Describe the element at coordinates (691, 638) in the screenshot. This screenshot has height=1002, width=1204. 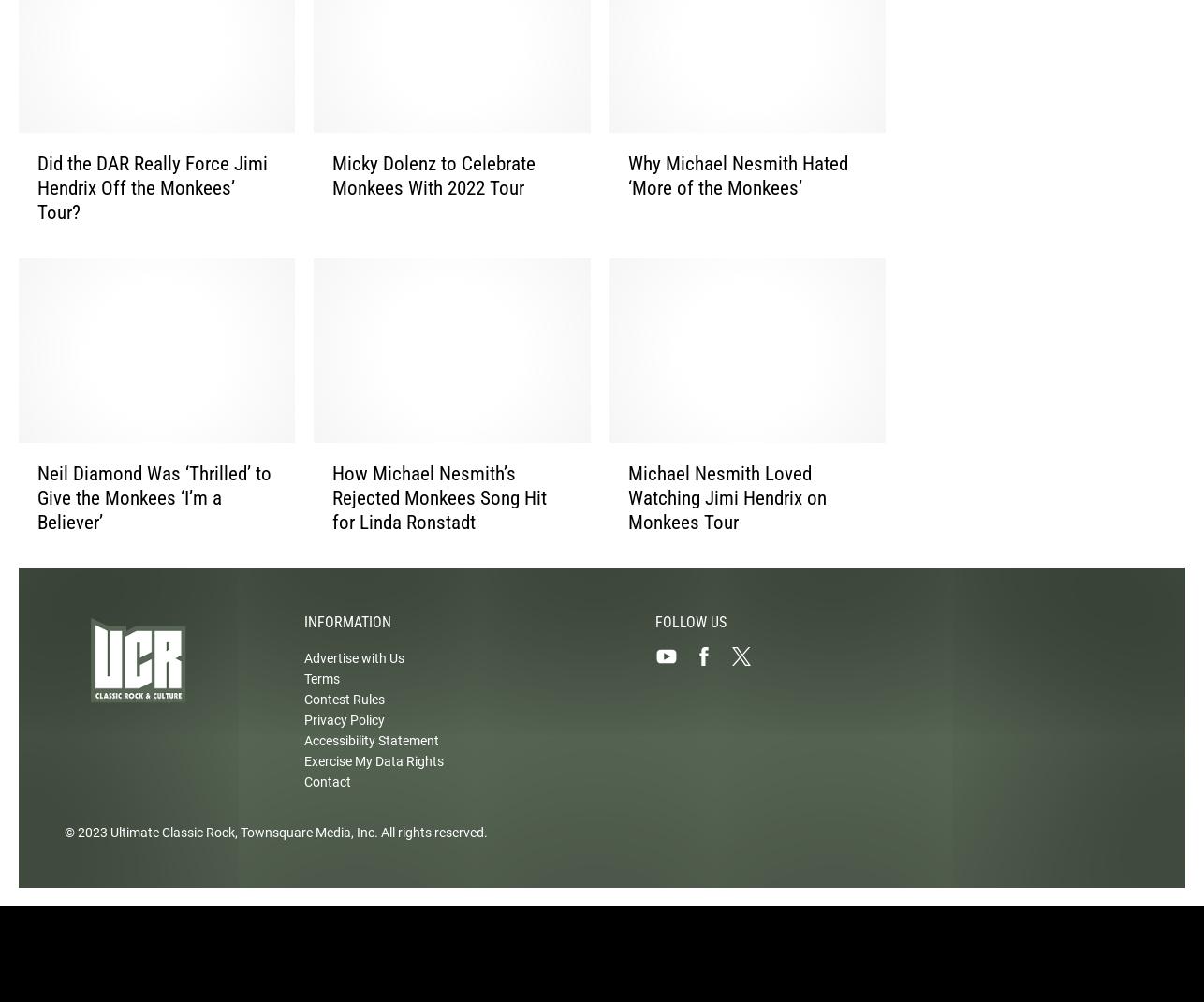
I see `'Follow Us'` at that location.